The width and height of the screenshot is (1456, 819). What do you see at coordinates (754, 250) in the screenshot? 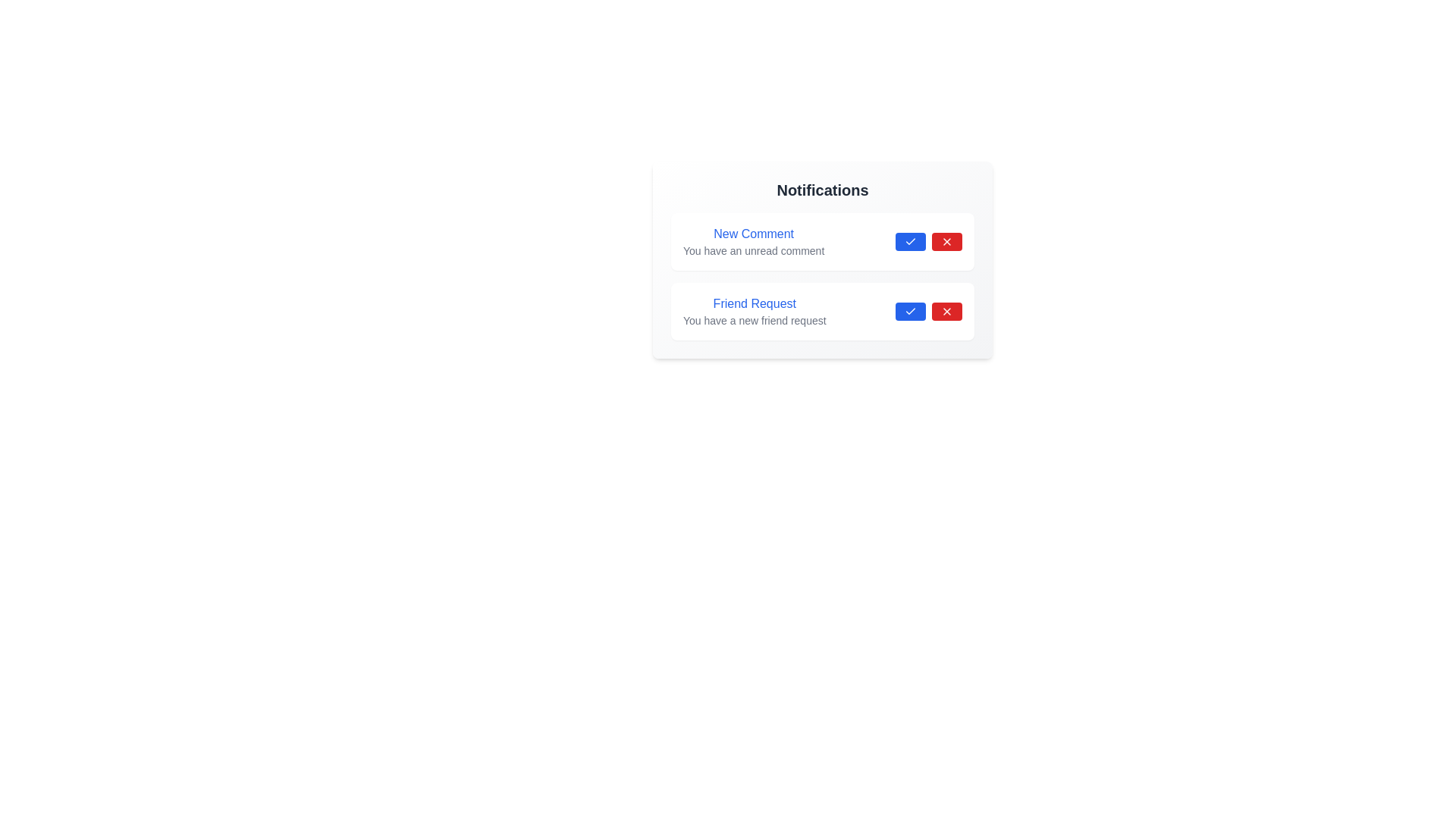
I see `the text label that states 'You have an unread comment', which is styled in a smaller gray font and located directly below the primary text 'New Comment'` at bounding box center [754, 250].